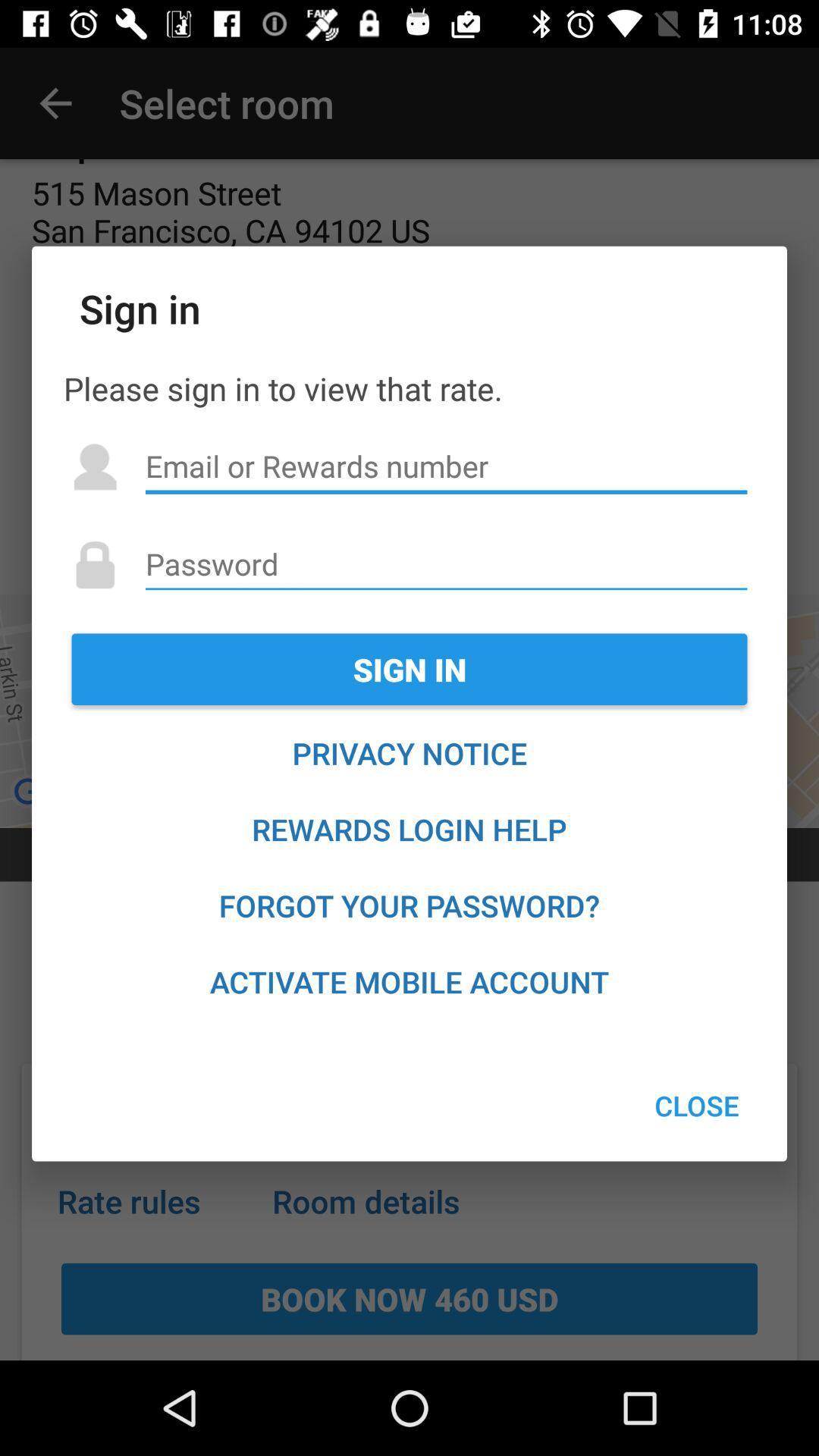  Describe the element at coordinates (697, 1106) in the screenshot. I see `icon below activate mobile account icon` at that location.